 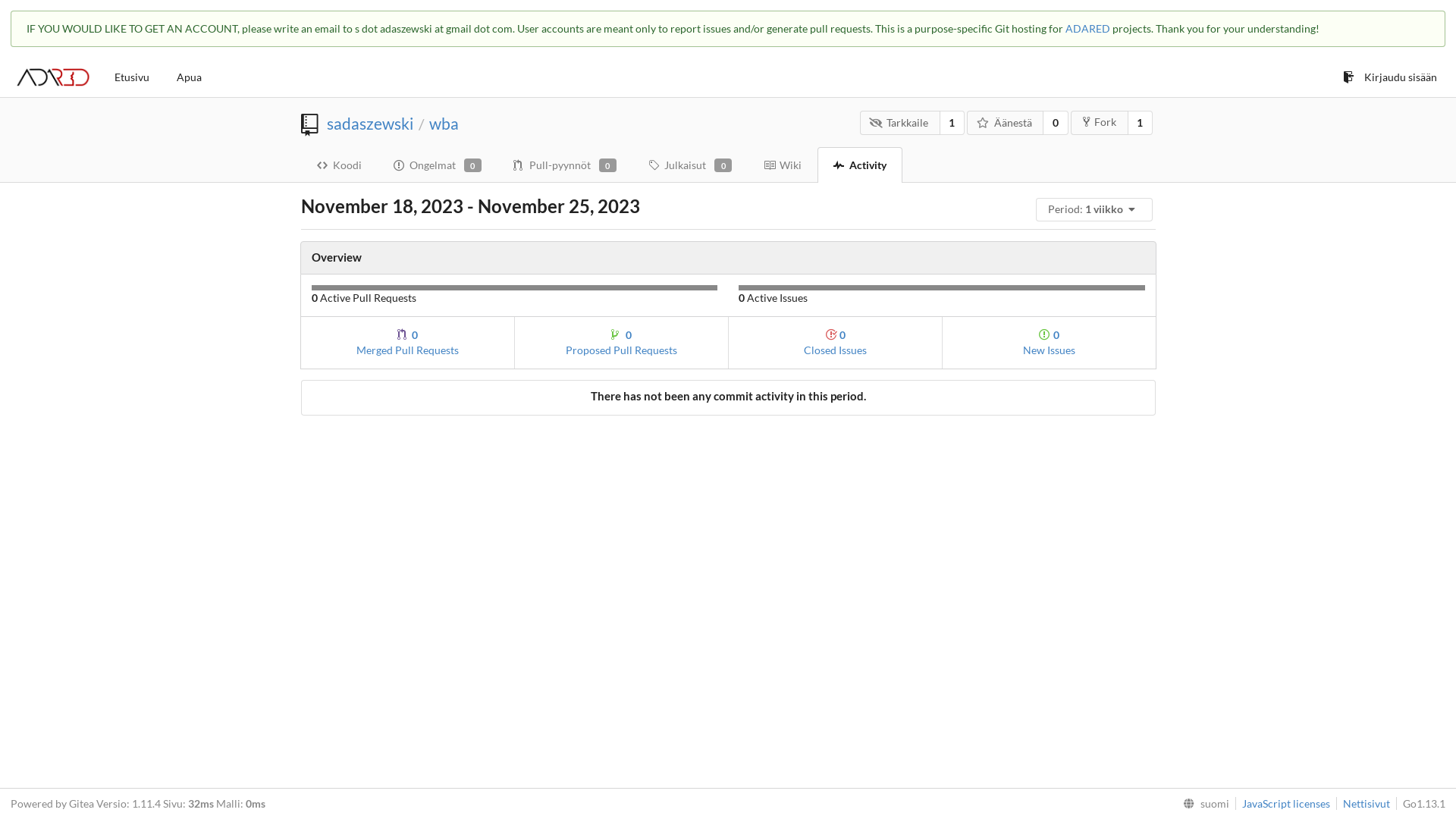 I want to click on 'Etusivu', so click(x=131, y=77).